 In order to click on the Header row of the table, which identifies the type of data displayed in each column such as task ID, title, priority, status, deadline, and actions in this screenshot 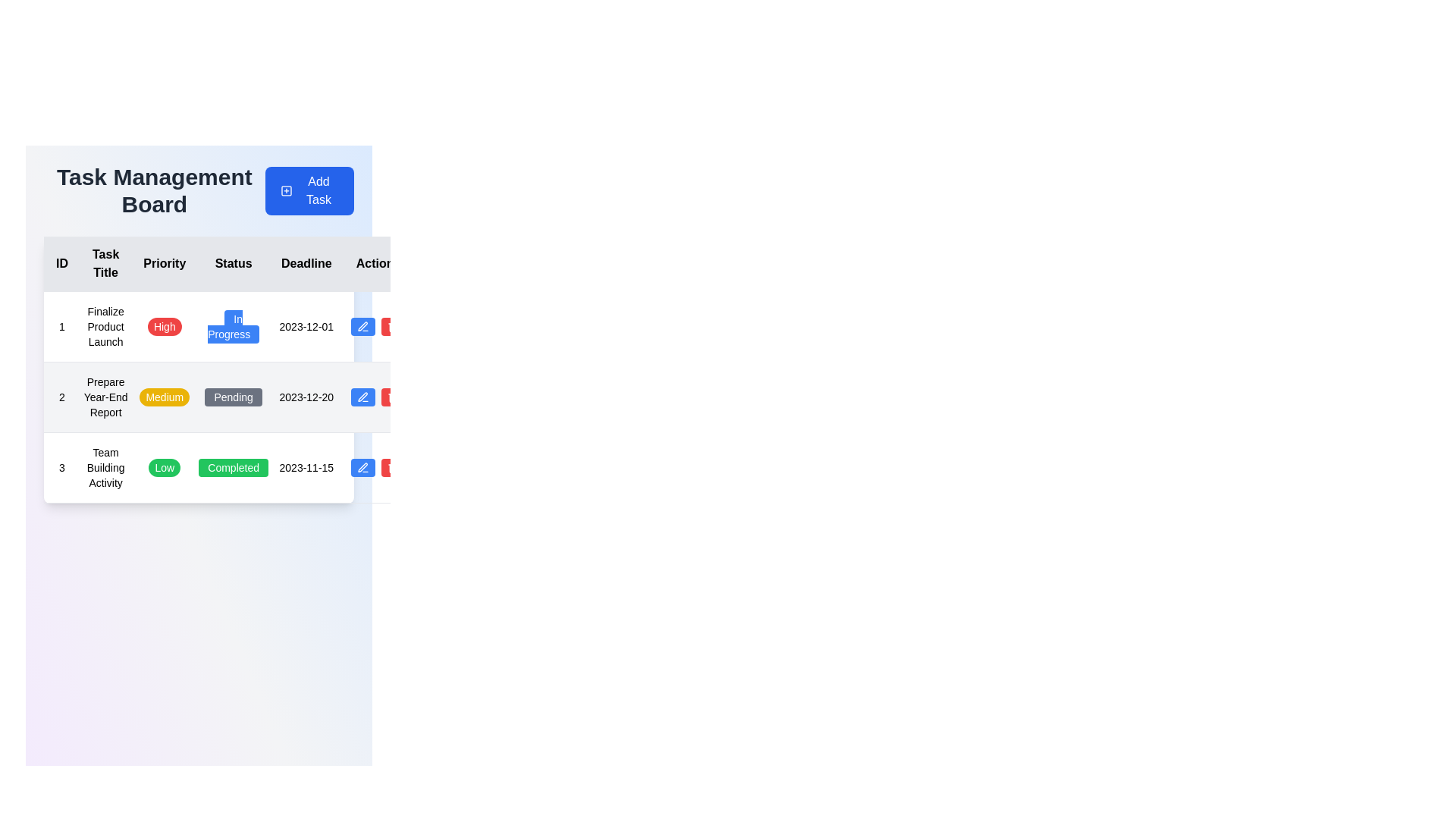, I will do `click(227, 263)`.